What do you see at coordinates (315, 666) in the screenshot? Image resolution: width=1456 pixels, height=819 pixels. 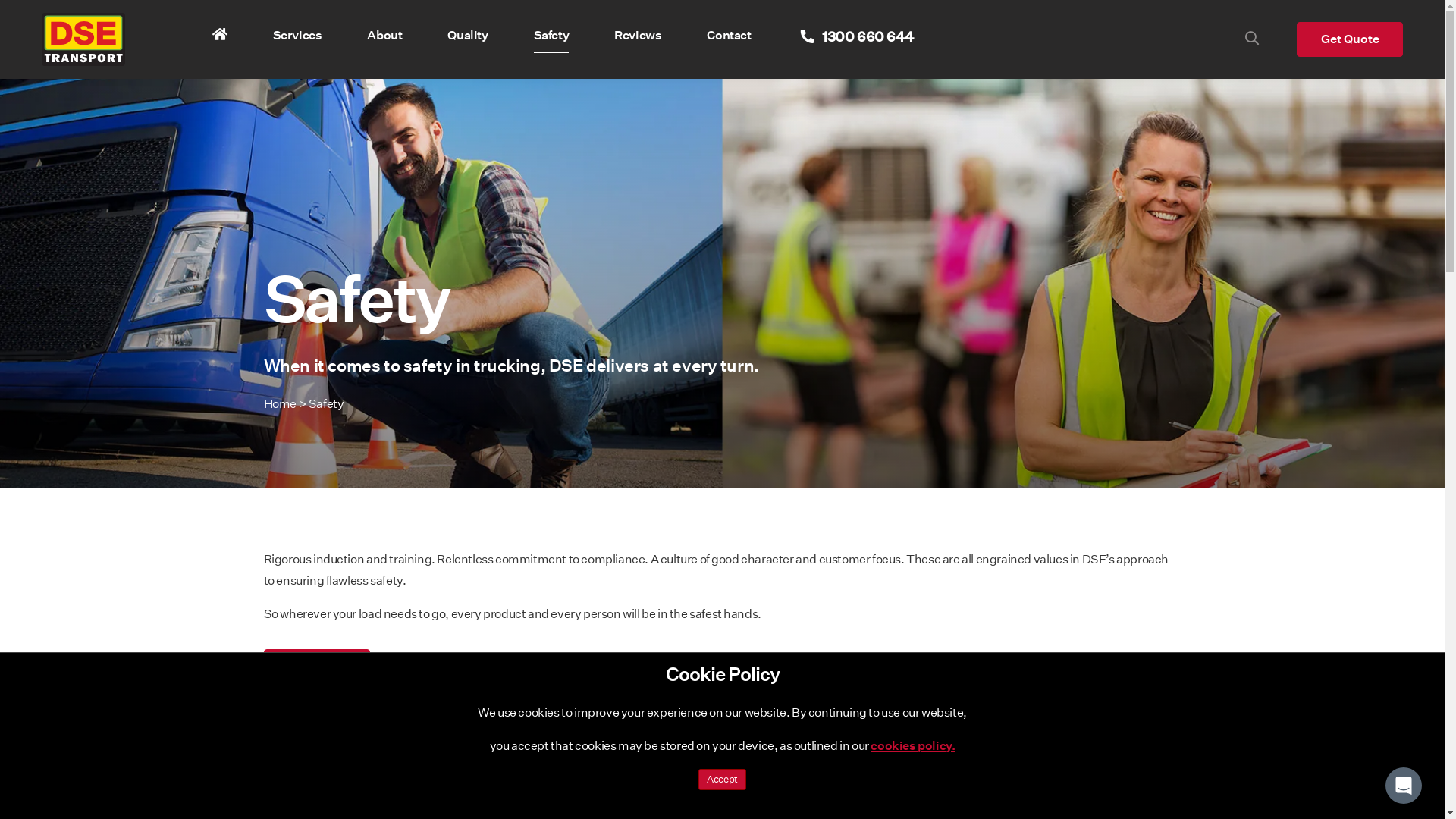 I see `'About Us'` at bounding box center [315, 666].